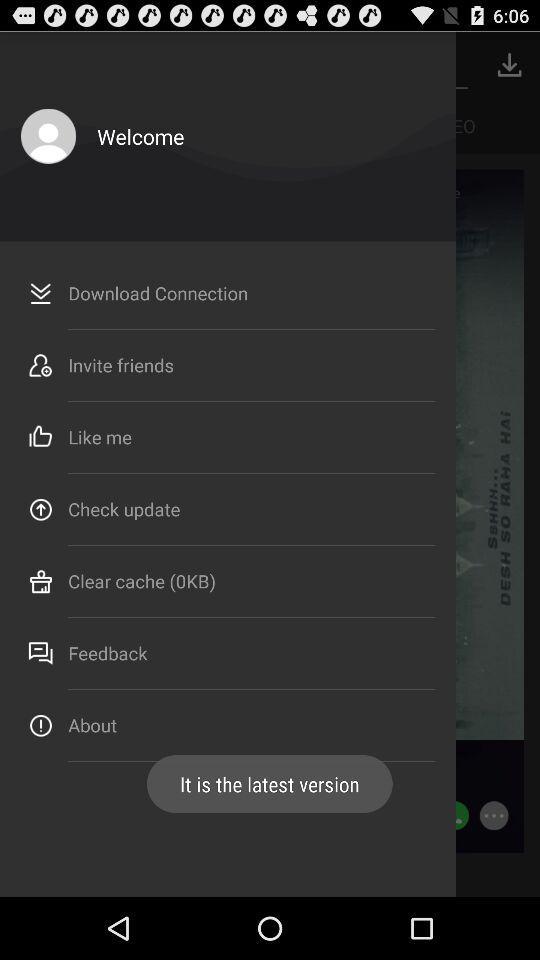 This screenshot has height=960, width=540. I want to click on the more icon, so click(493, 872).